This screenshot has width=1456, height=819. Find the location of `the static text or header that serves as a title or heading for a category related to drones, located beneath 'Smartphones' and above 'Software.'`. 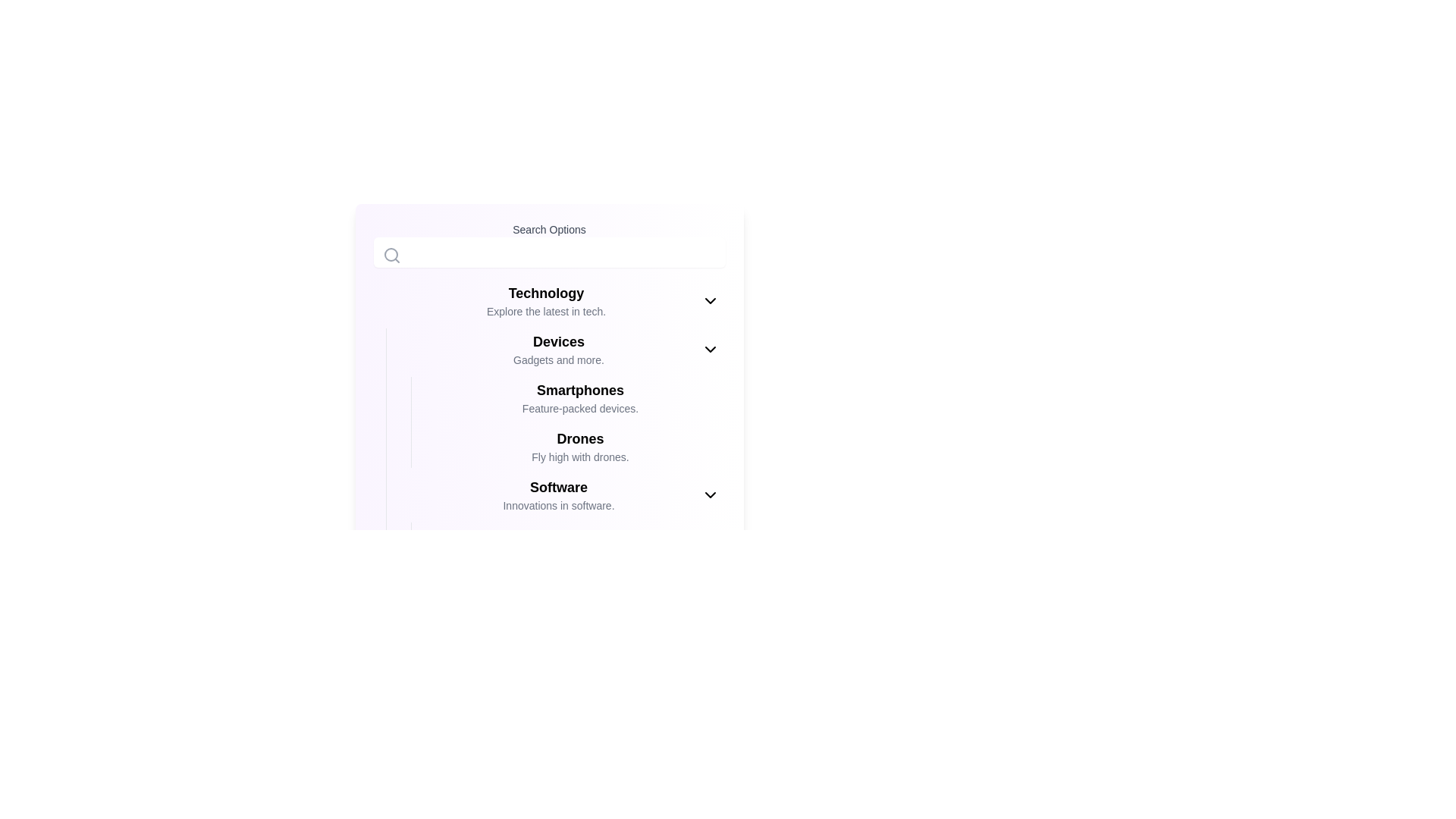

the static text or header that serves as a title or heading for a category related to drones, located beneath 'Smartphones' and above 'Software.' is located at coordinates (579, 438).